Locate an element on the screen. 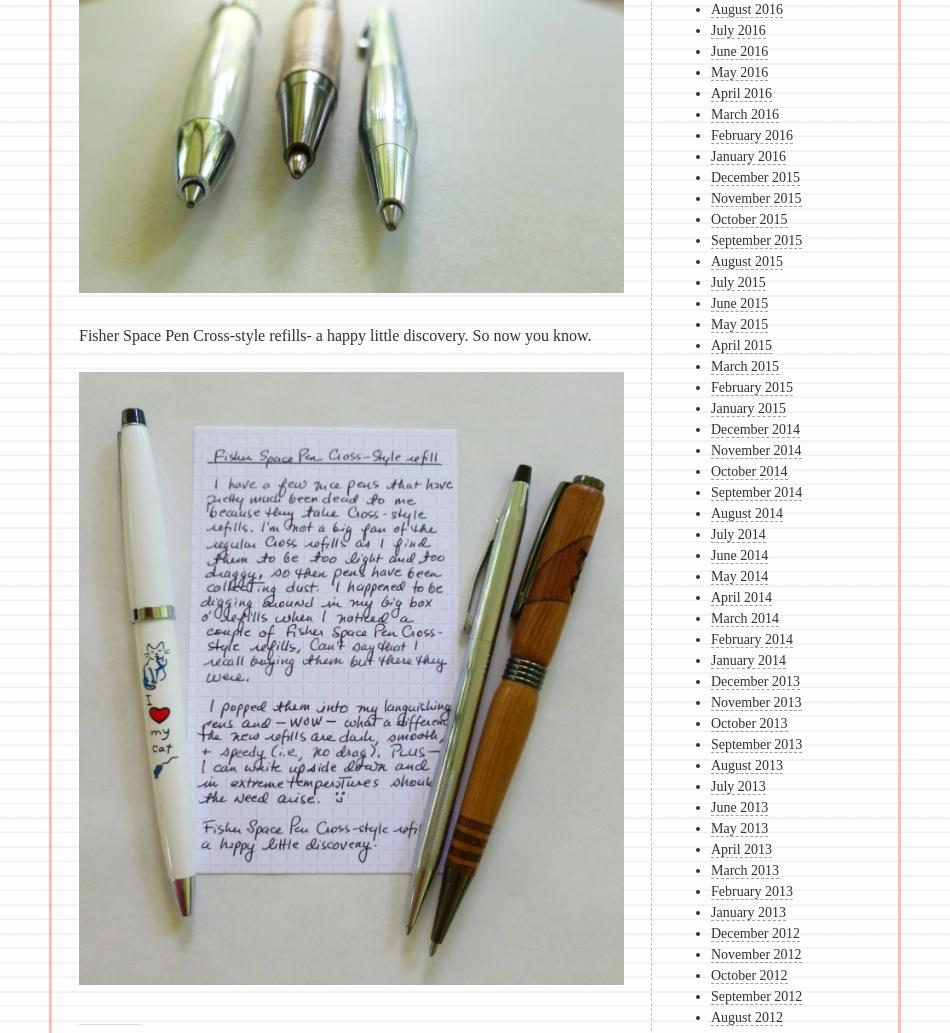 This screenshot has height=1033, width=950. 'July 2016' is located at coordinates (710, 30).